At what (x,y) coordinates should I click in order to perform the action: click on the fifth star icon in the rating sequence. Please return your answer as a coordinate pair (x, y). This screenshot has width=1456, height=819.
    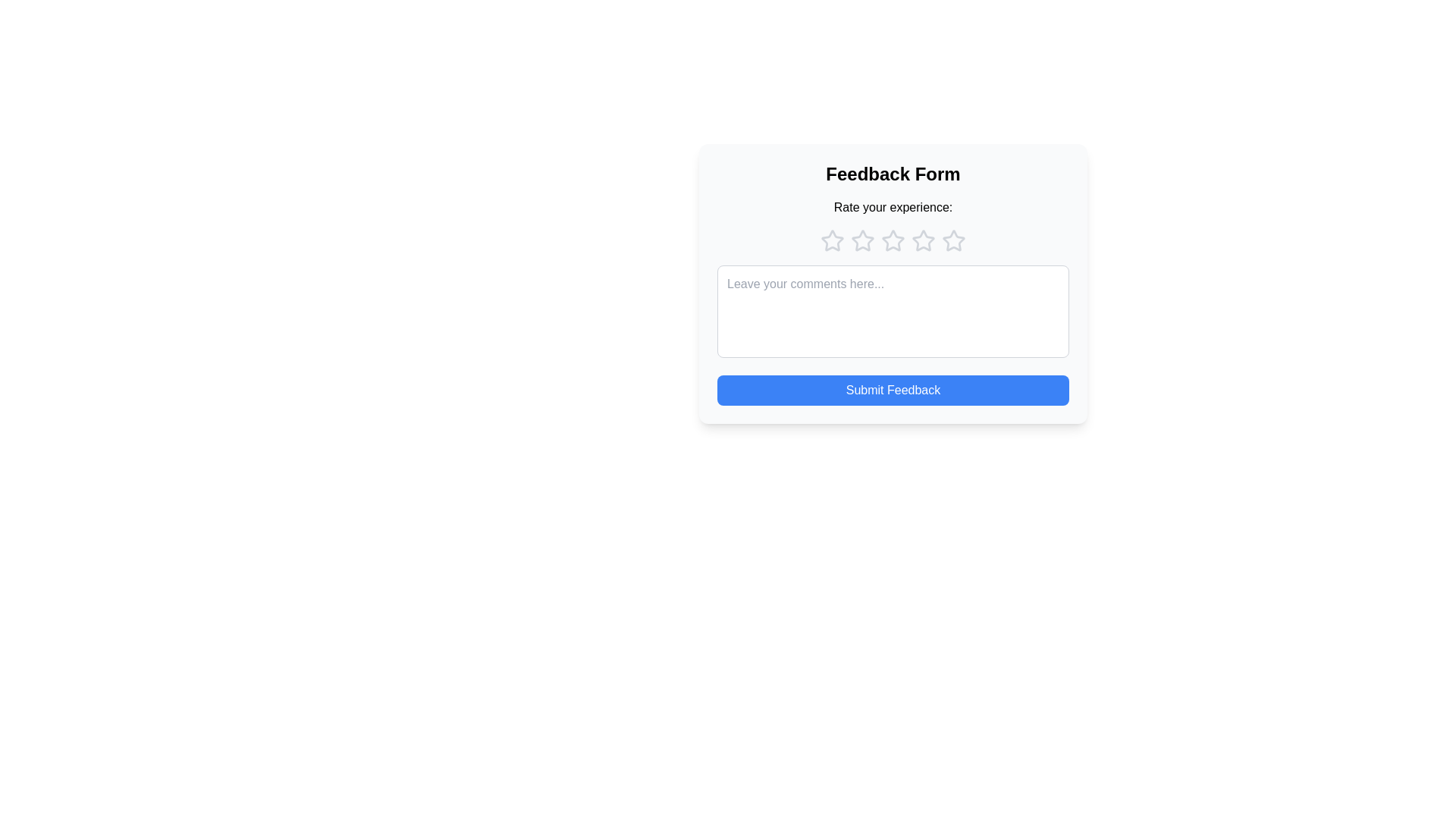
    Looking at the image, I should click on (952, 240).